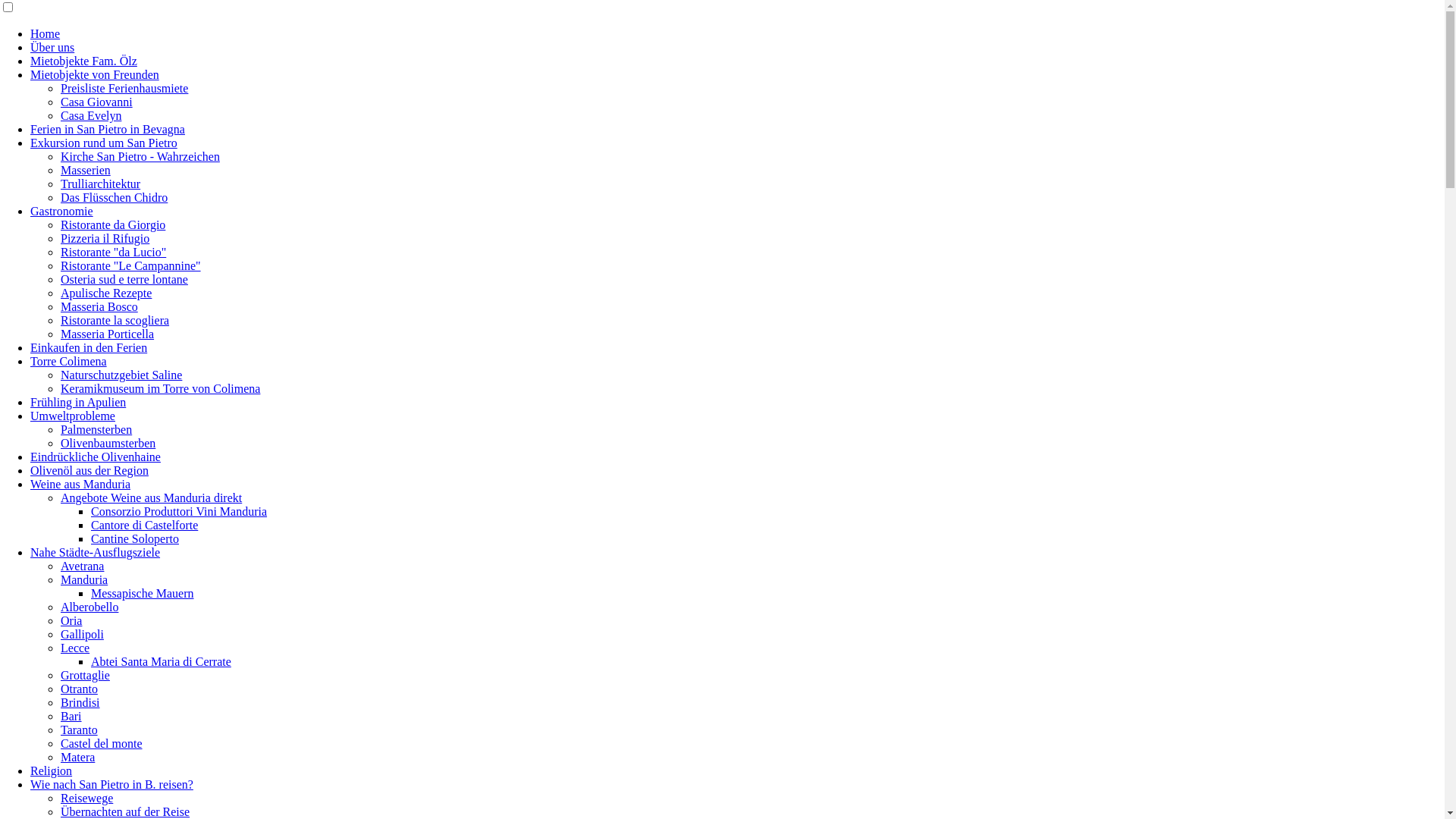  I want to click on 'Mietobjekte von Freunden', so click(93, 74).